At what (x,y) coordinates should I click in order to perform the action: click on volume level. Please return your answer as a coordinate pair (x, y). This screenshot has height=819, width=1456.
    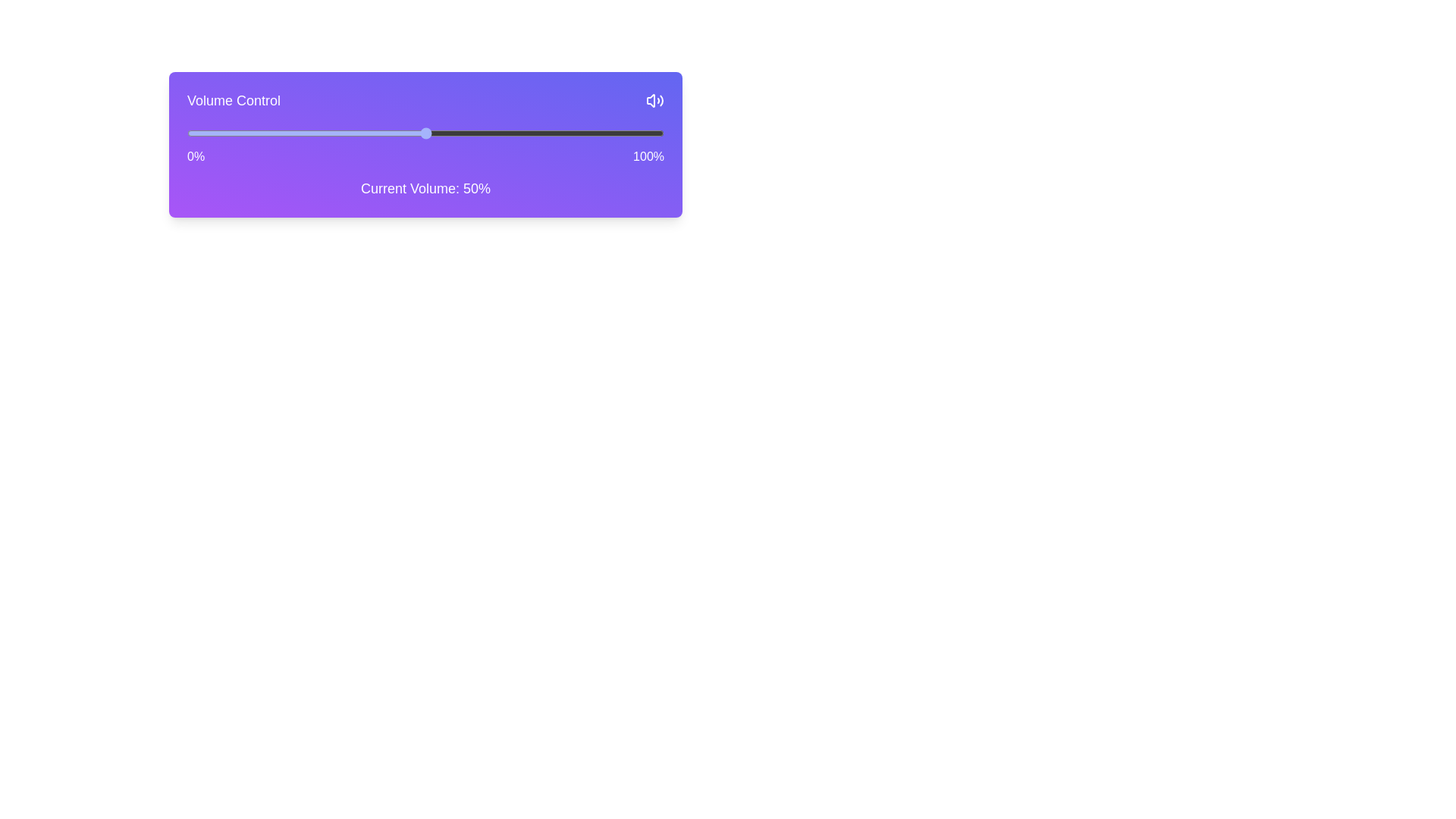
    Looking at the image, I should click on (448, 133).